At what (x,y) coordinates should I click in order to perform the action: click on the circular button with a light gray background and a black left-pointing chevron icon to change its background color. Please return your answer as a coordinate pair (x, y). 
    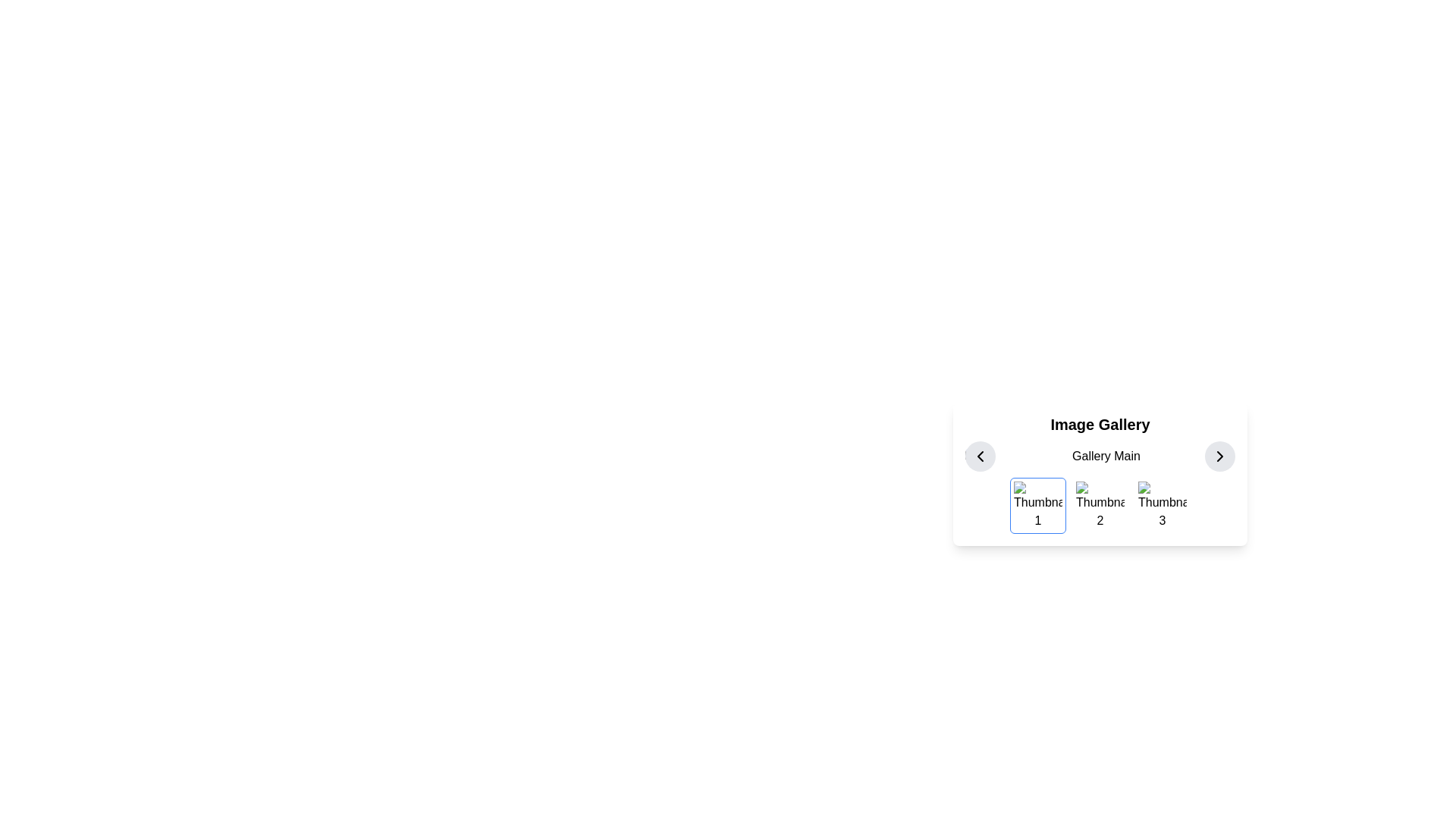
    Looking at the image, I should click on (980, 455).